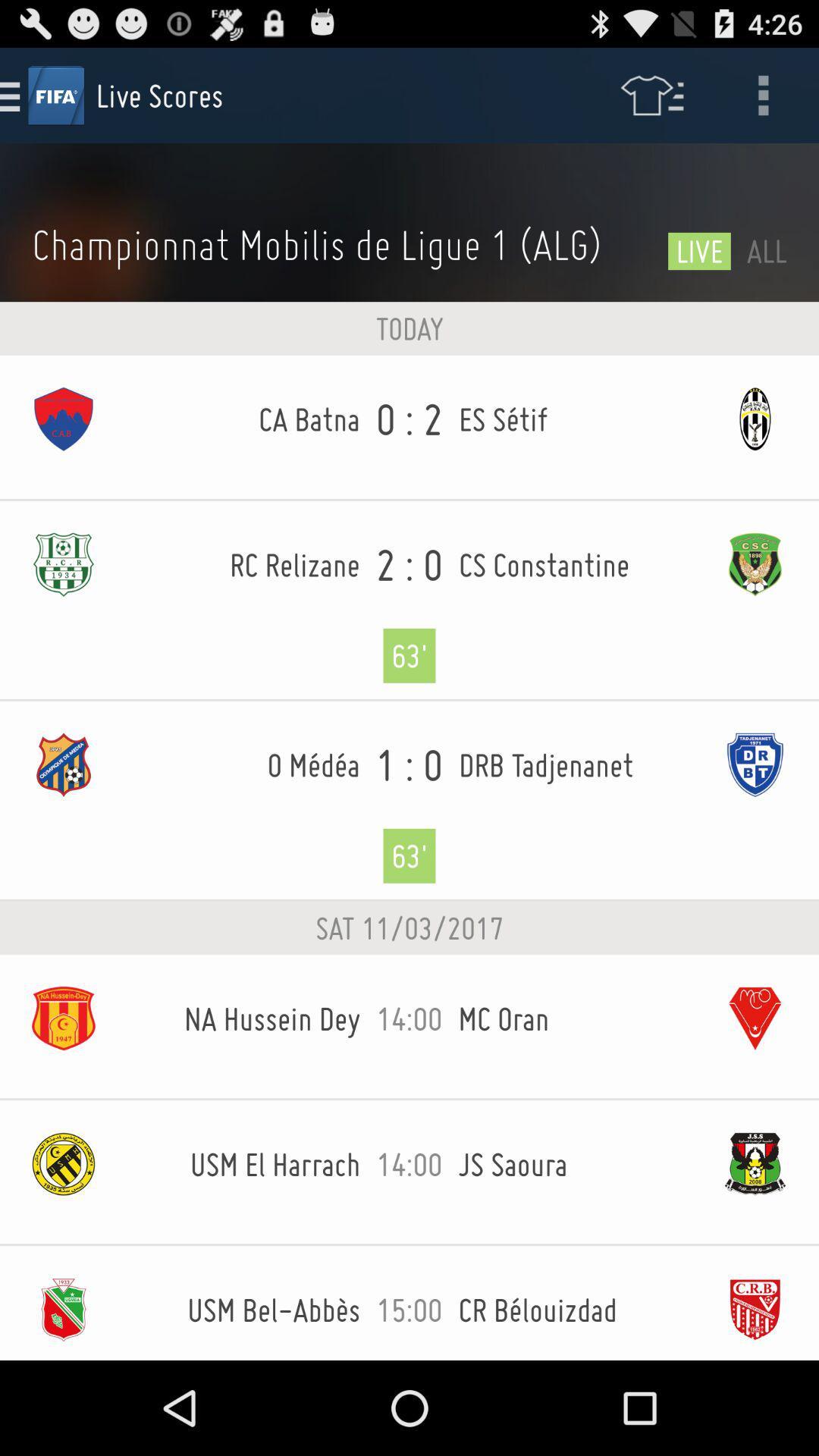  I want to click on the icon next to the live scores app, so click(651, 94).